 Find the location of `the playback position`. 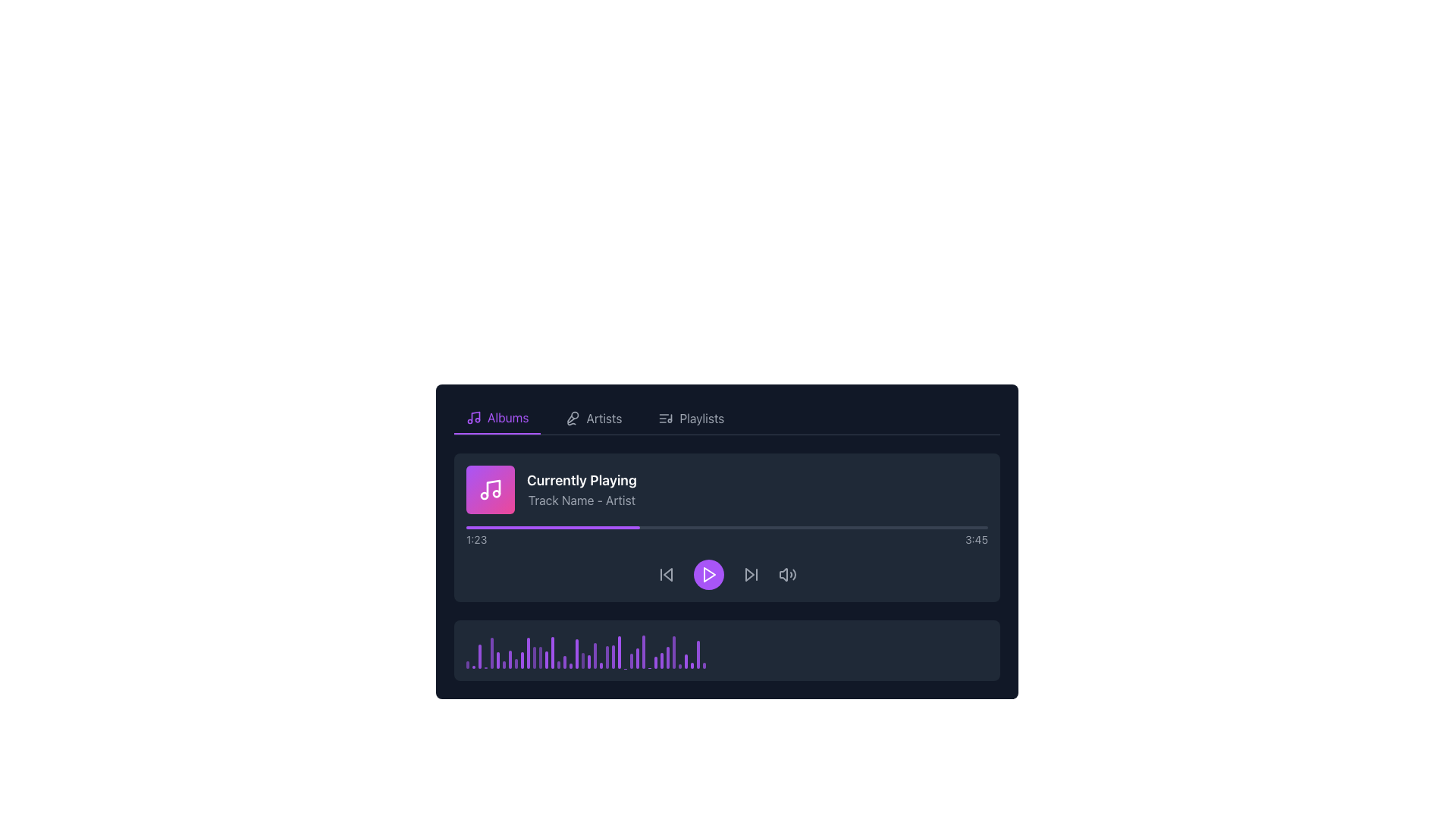

the playback position is located at coordinates (846, 526).